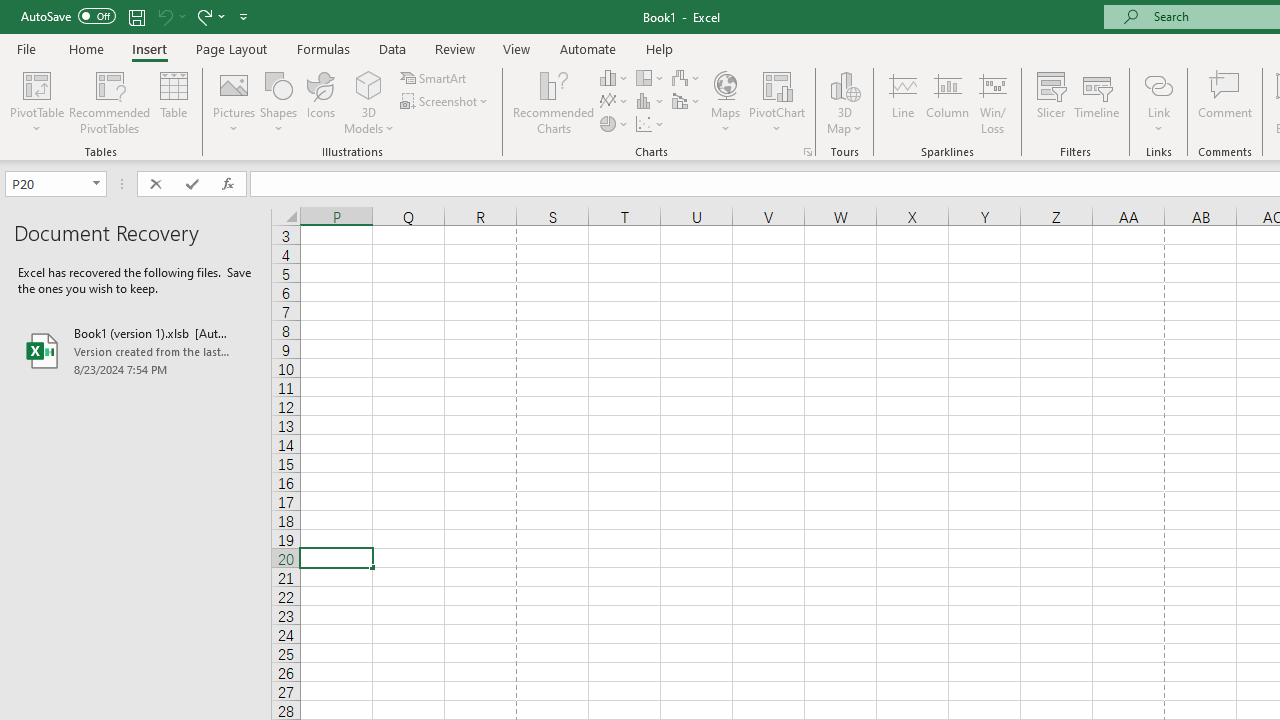  What do you see at coordinates (1096, 103) in the screenshot?
I see `'Timeline'` at bounding box center [1096, 103].